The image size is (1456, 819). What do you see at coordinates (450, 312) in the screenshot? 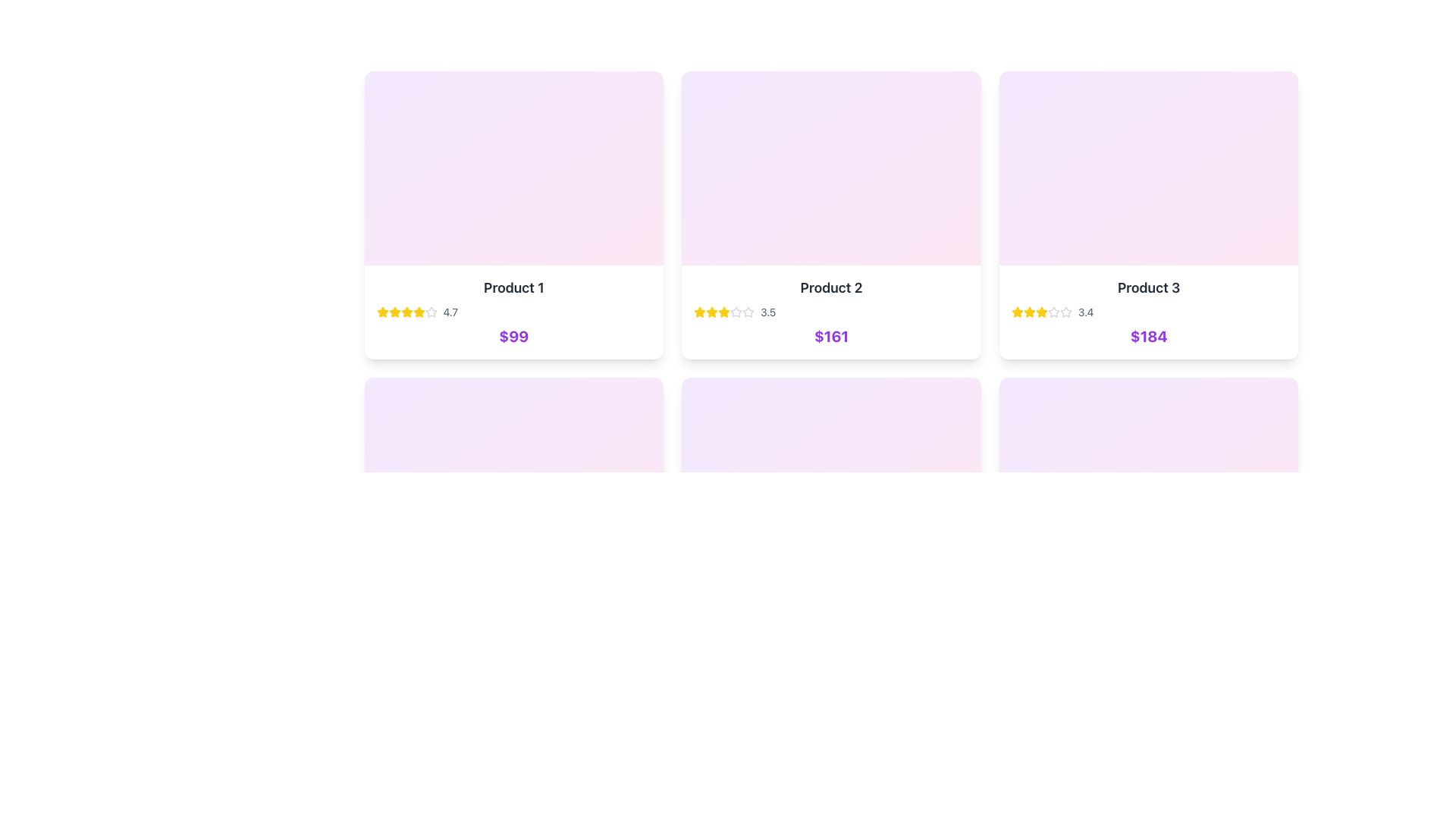
I see `the static text displaying the product rating, which is located below the product title and above the price display in the first product card, to the right of a set of 5 stars (4 filled in yellow, 1 in gray)` at bounding box center [450, 312].